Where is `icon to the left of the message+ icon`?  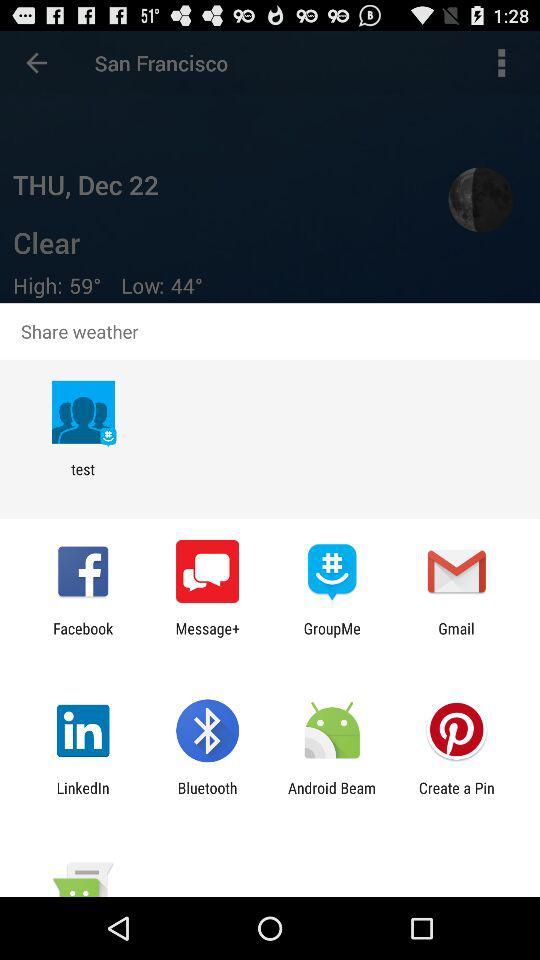
icon to the left of the message+ icon is located at coordinates (82, 636).